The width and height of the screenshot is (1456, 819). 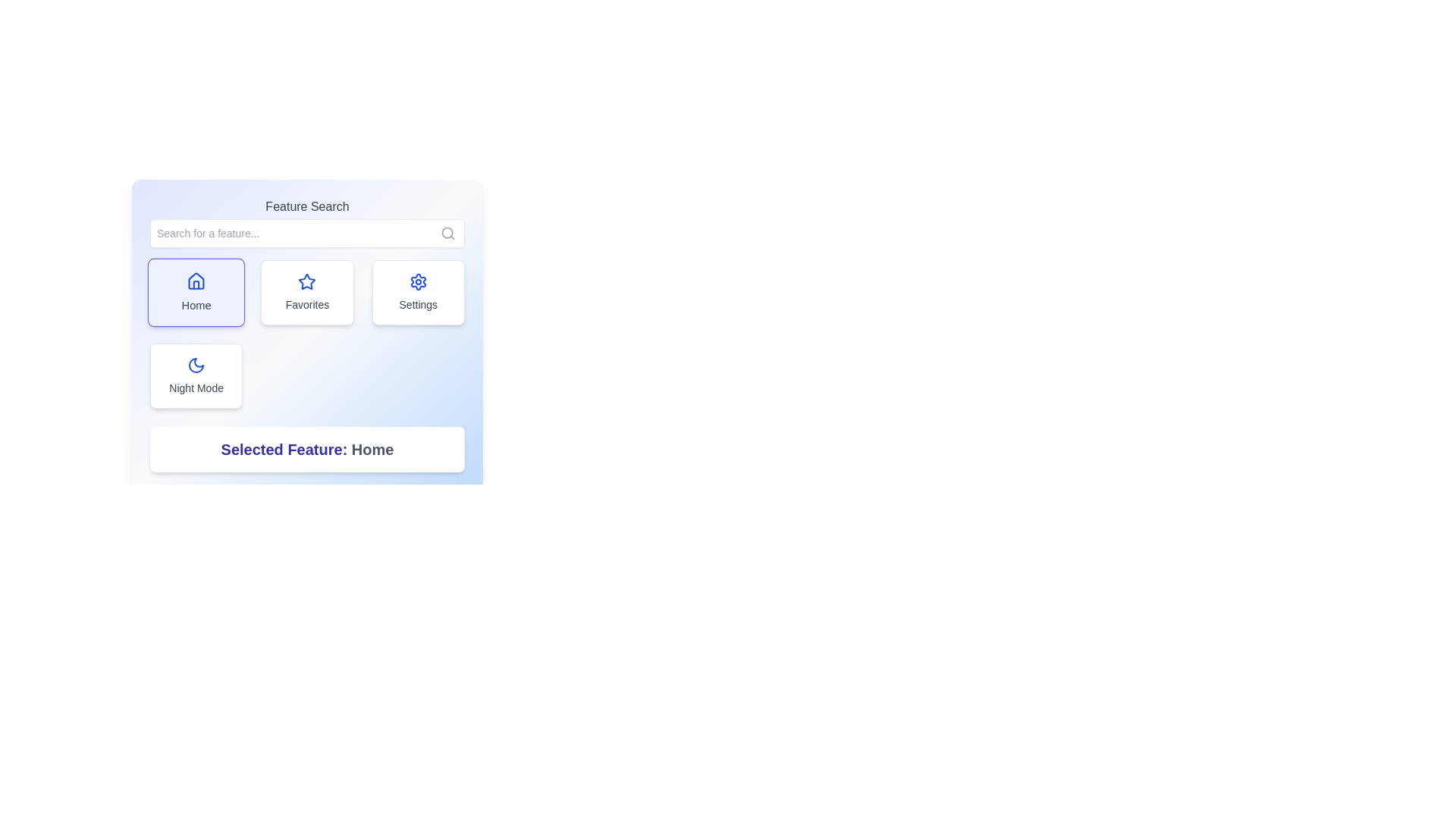 I want to click on the 'Home' text label, which is styled in gray and is located below the house-shaped icon in the top-left box of the feature options grid, so click(x=196, y=305).